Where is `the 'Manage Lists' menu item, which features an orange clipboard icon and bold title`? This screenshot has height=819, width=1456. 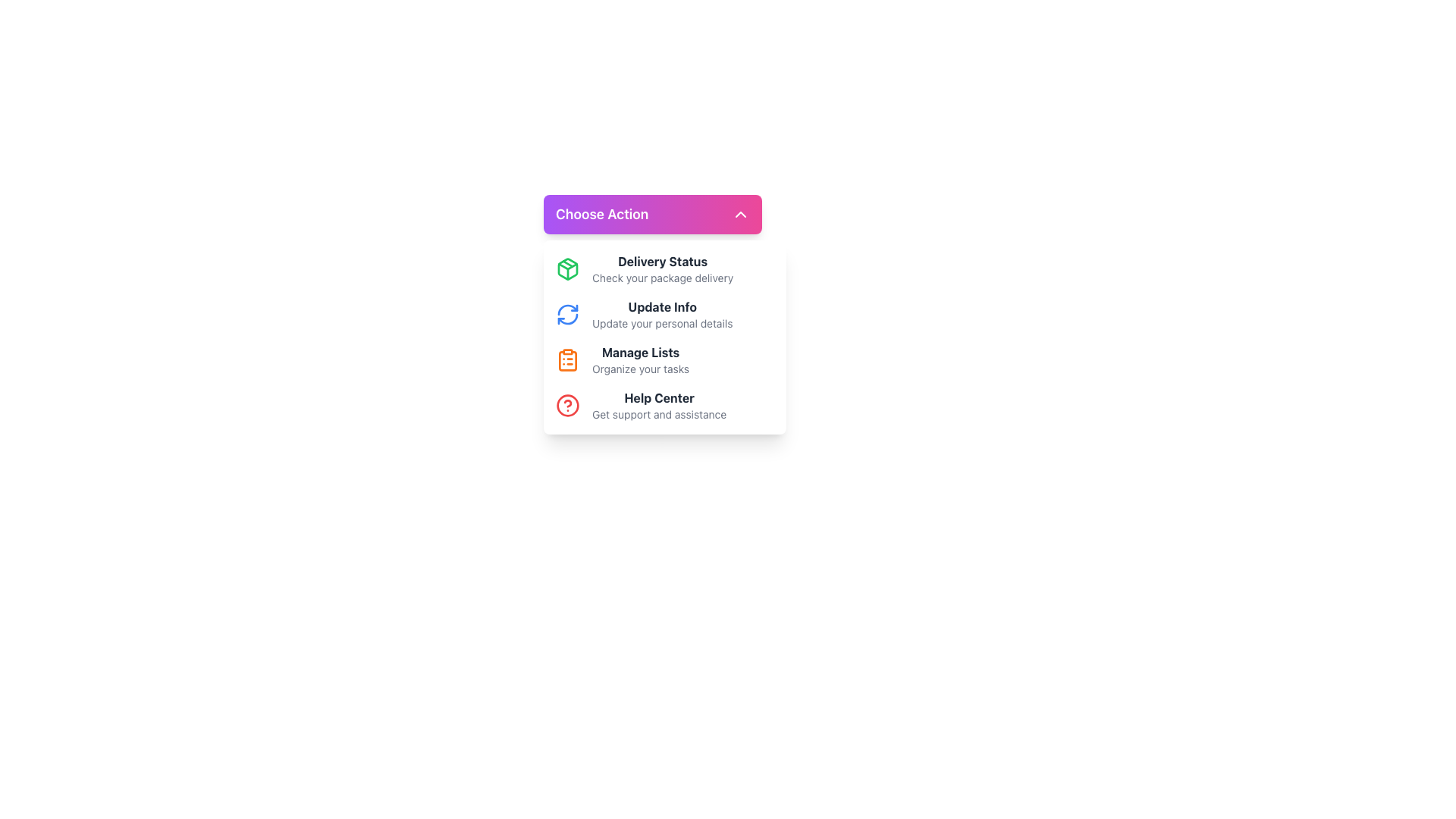
the 'Manage Lists' menu item, which features an orange clipboard icon and bold title is located at coordinates (665, 359).